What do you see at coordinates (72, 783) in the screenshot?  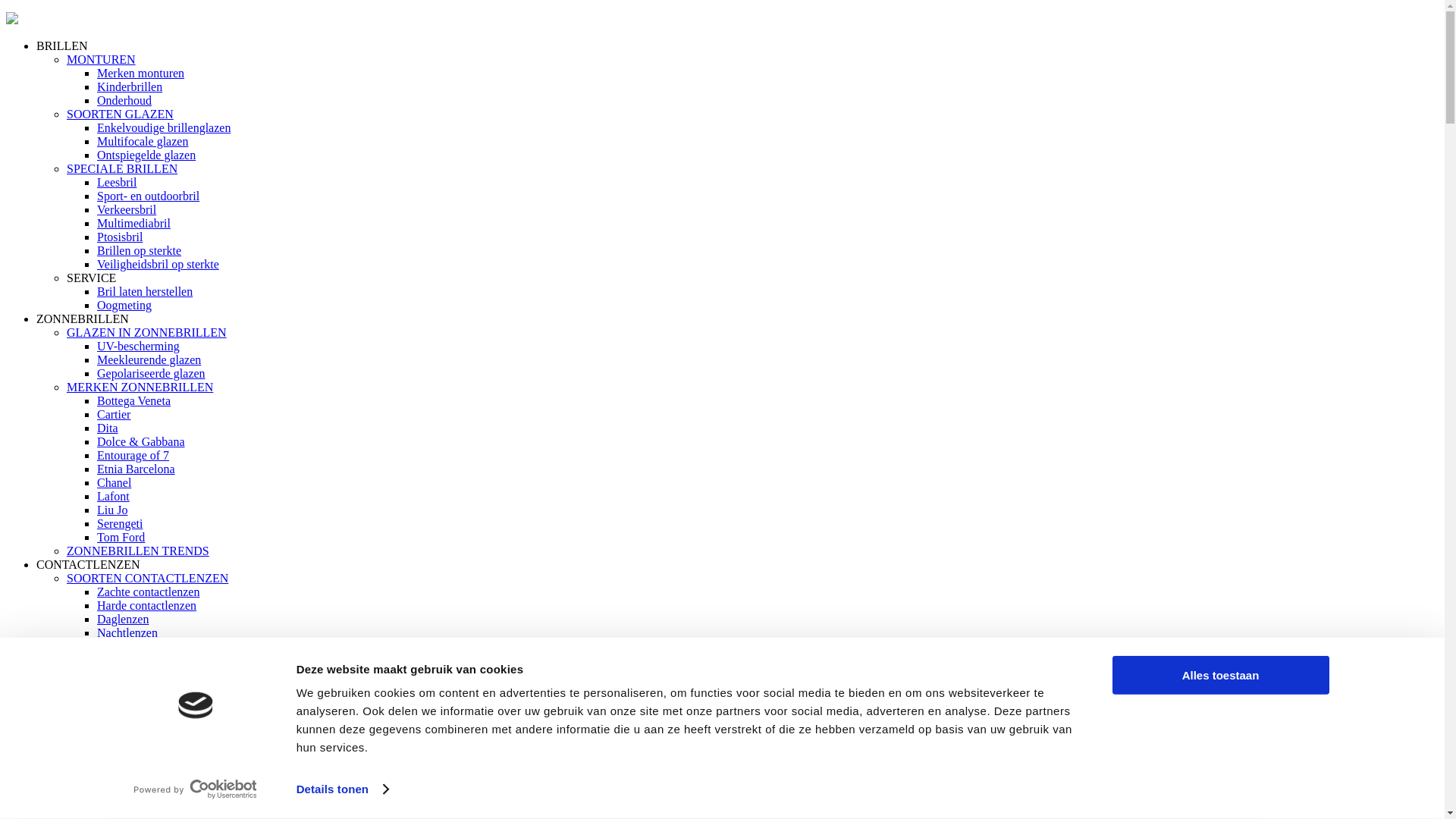 I see `'OOGMETING'` at bounding box center [72, 783].